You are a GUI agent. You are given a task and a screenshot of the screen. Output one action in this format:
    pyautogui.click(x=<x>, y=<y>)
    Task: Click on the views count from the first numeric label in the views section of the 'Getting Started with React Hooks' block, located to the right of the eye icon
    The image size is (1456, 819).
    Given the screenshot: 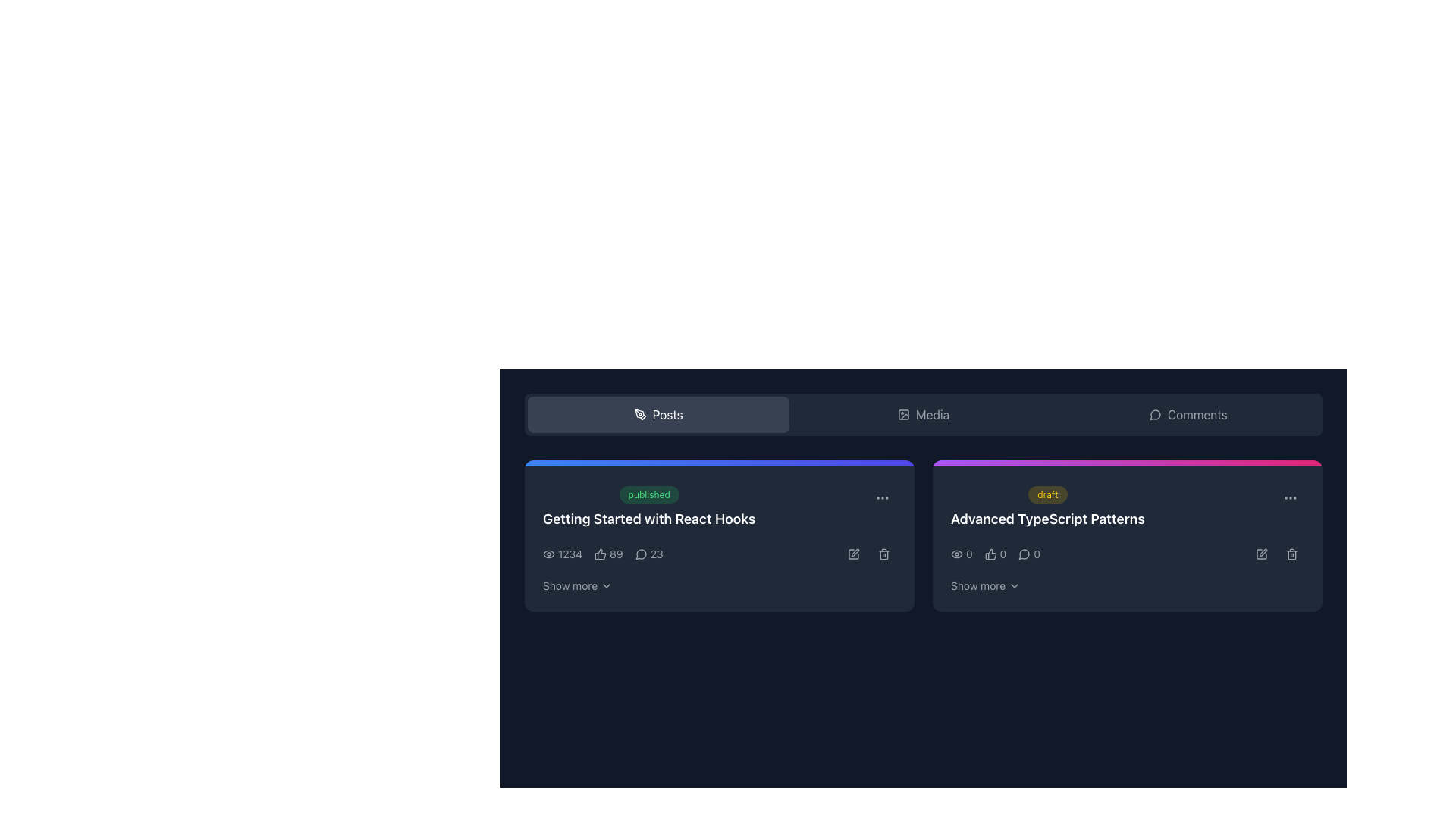 What is the action you would take?
    pyautogui.click(x=562, y=554)
    